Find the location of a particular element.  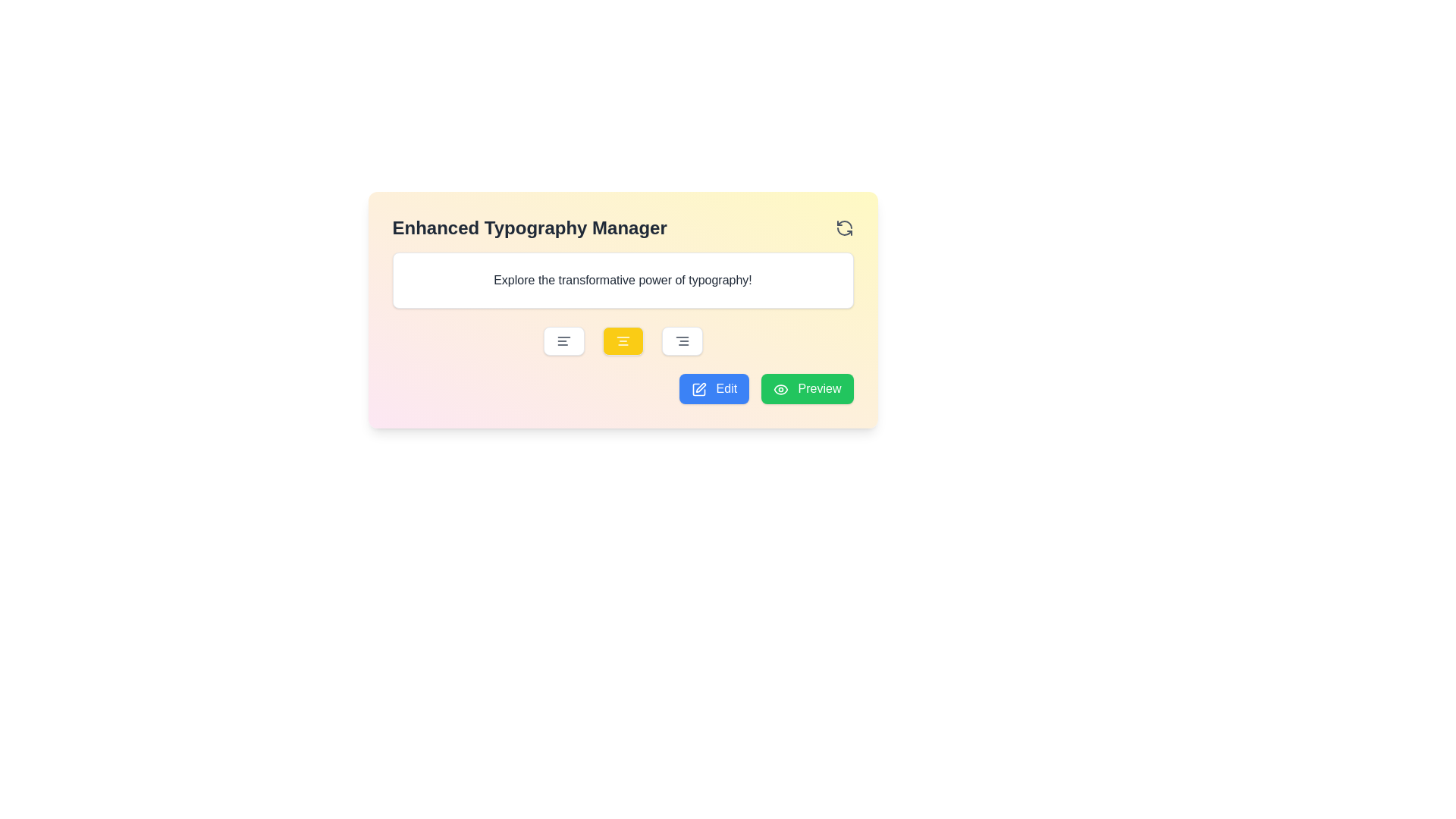

the icon button resembling a vertical stack of three horizontal lines is located at coordinates (681, 341).